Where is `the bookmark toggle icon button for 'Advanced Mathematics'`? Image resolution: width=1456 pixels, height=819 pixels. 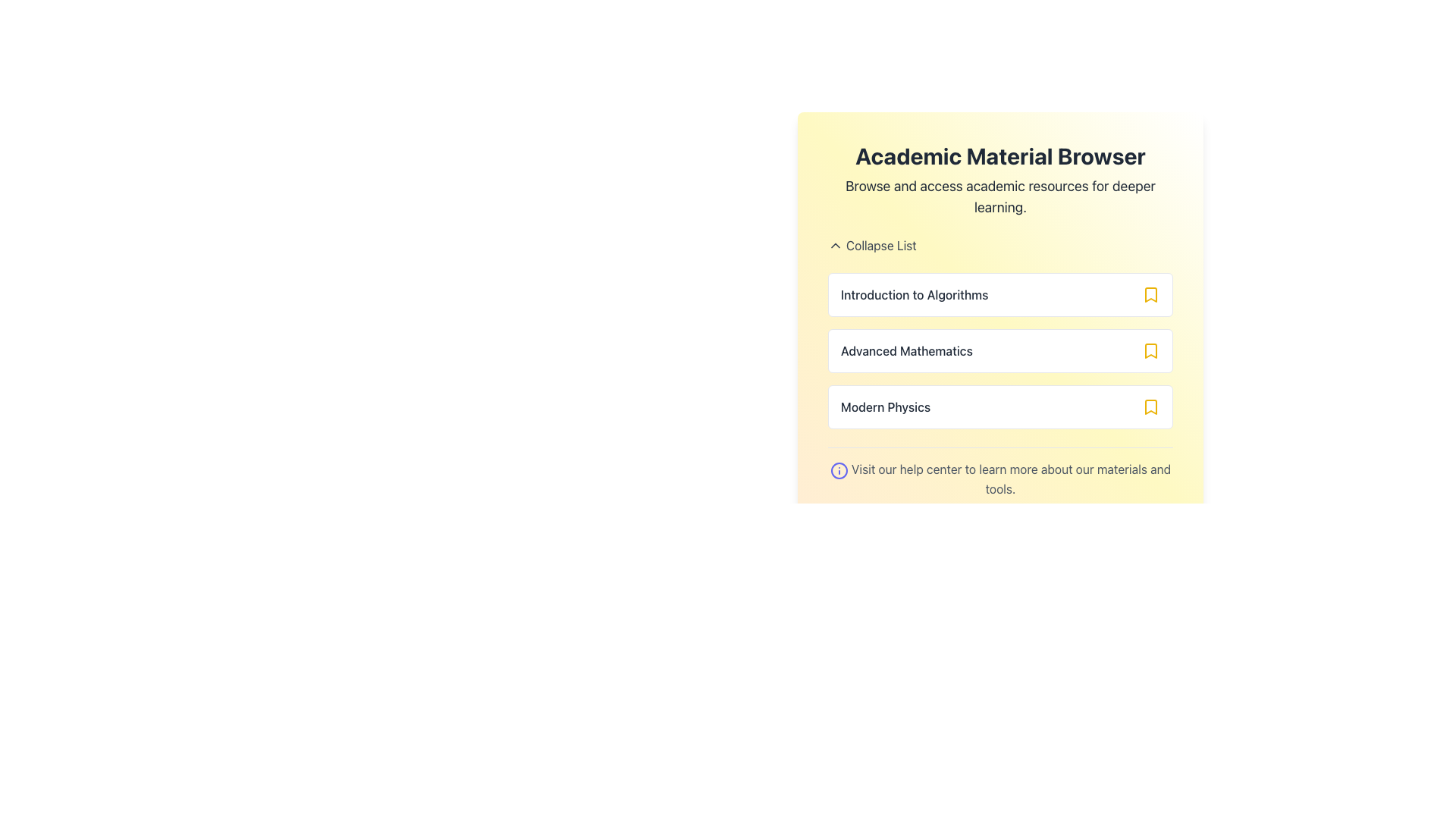
the bookmark toggle icon button for 'Advanced Mathematics' is located at coordinates (1150, 350).